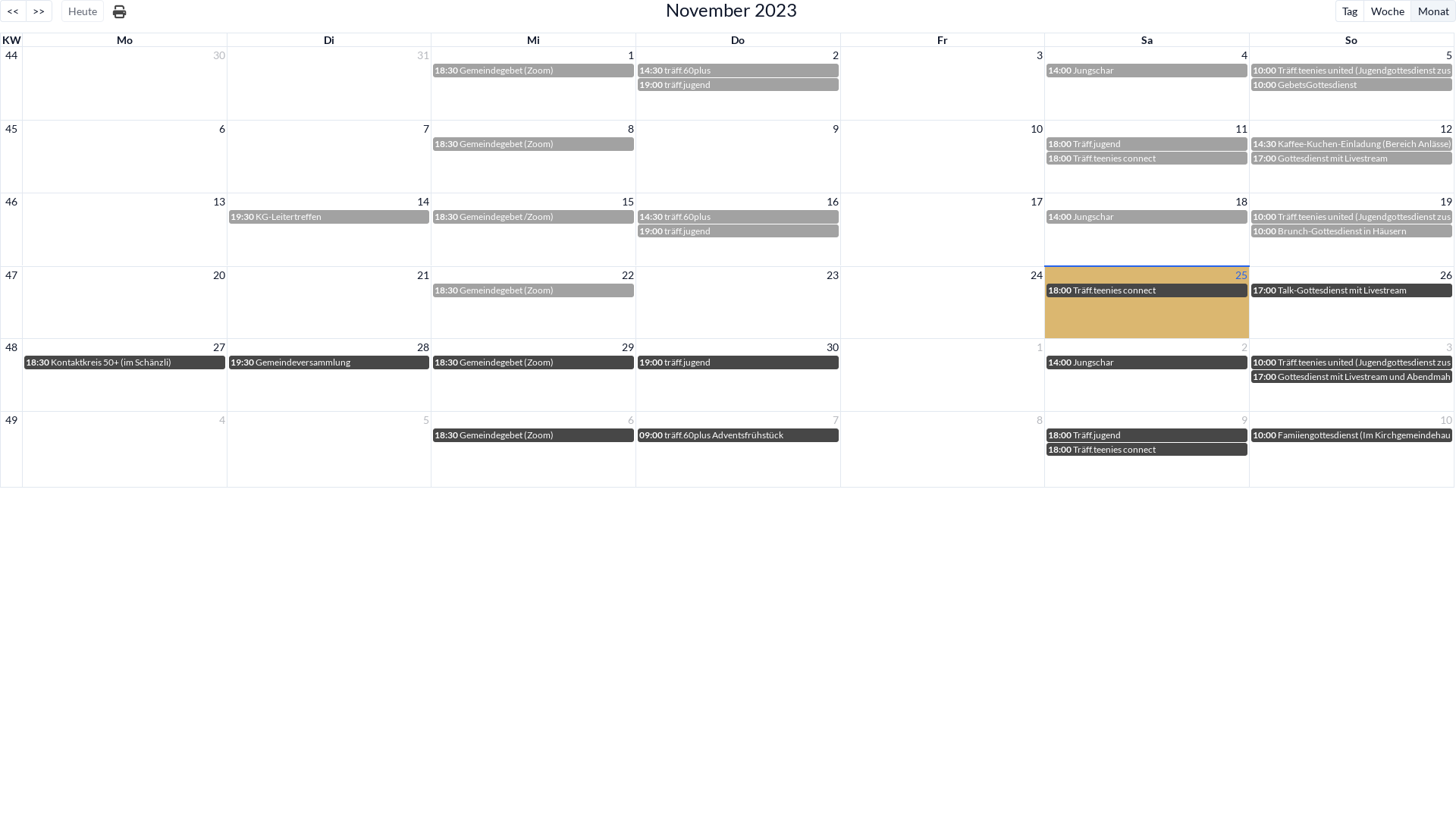 The image size is (1456, 819). Describe the element at coordinates (1350, 11) in the screenshot. I see `'Tag'` at that location.